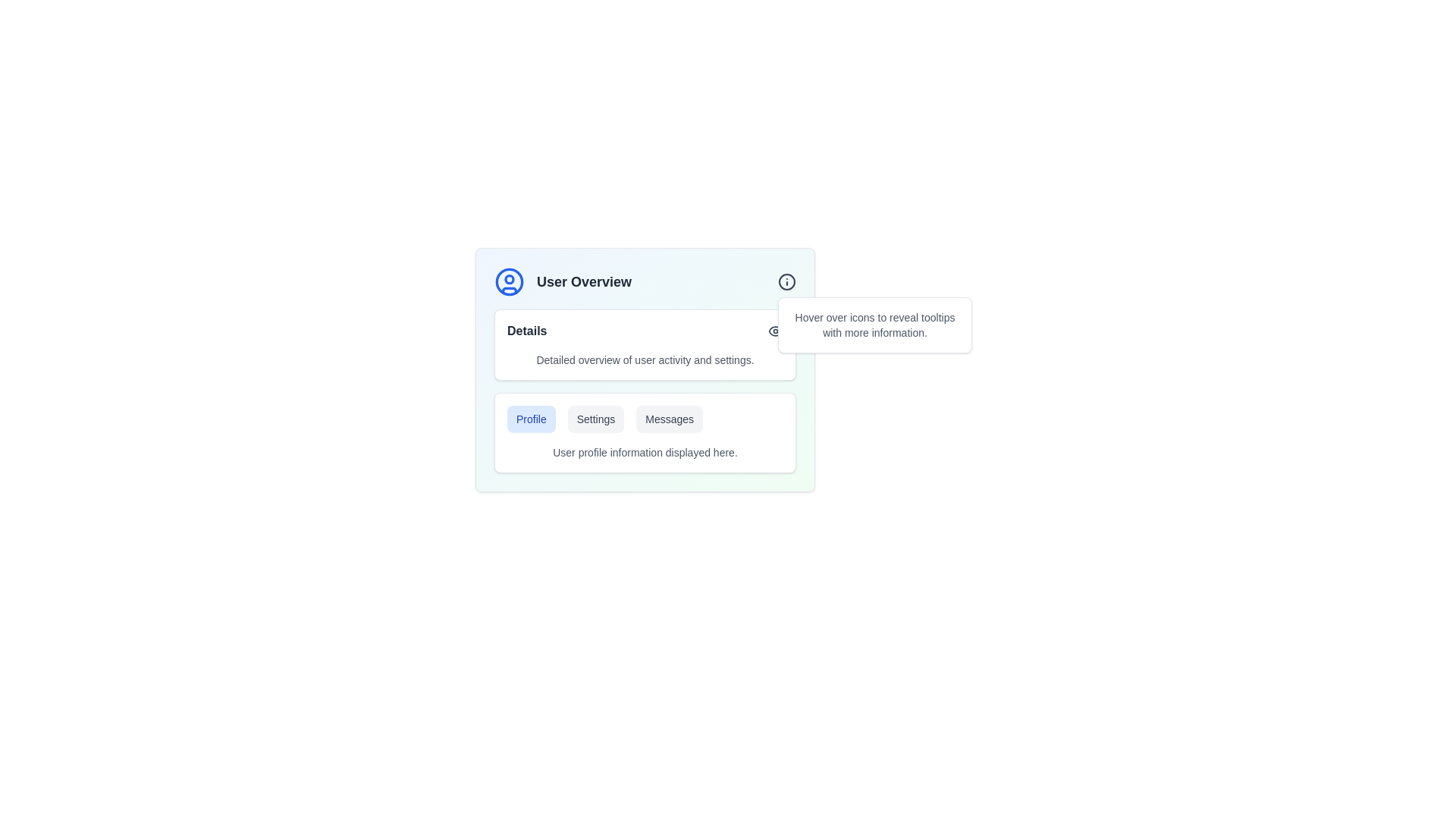 This screenshot has height=819, width=1456. What do you see at coordinates (669, 419) in the screenshot?
I see `the 'Messages' button, which is located in the lower right quadrant of the interface, following the 'Profile' and 'Settings' buttons` at bounding box center [669, 419].